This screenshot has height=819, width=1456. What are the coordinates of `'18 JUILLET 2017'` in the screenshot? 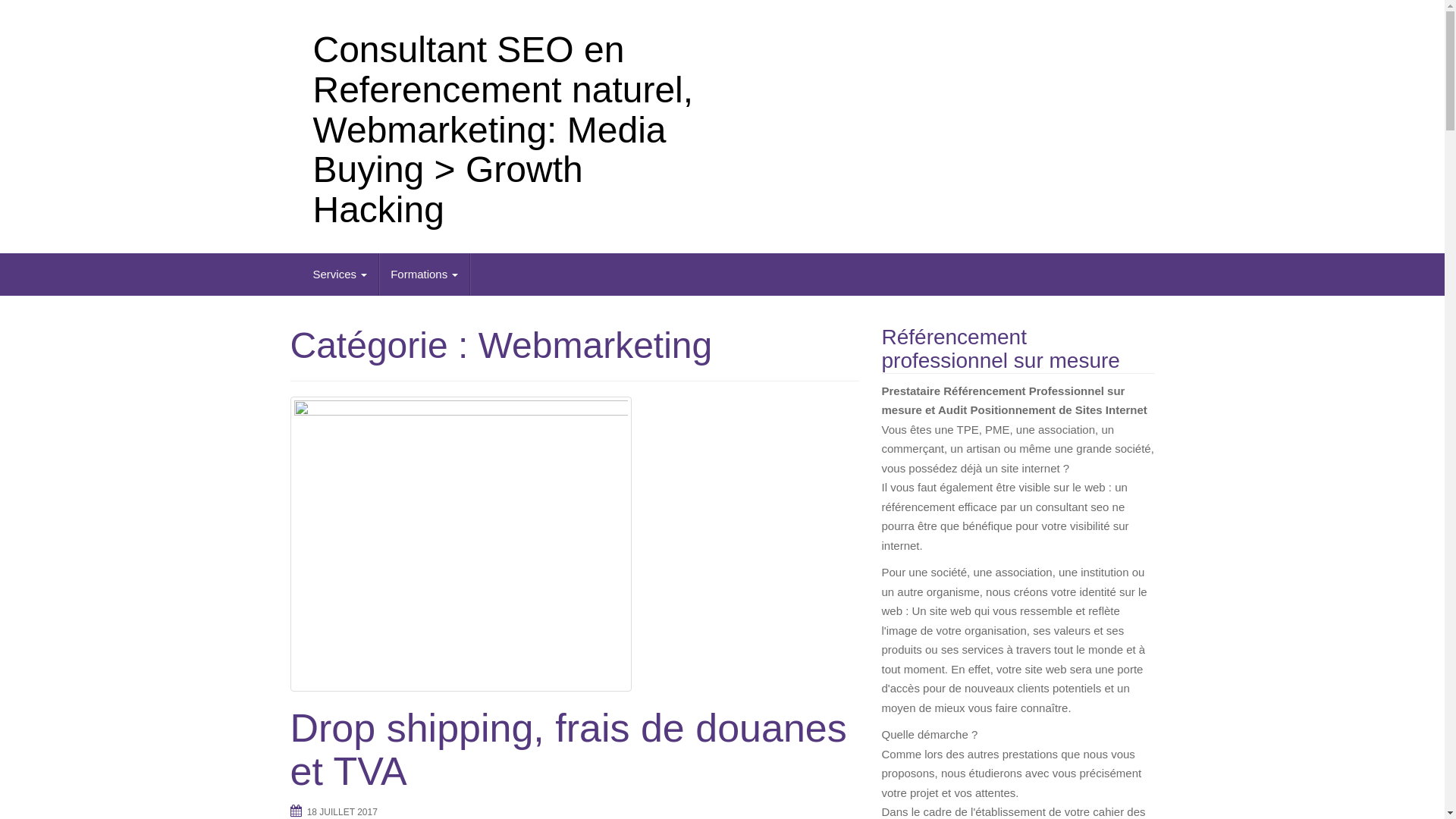 It's located at (341, 811).